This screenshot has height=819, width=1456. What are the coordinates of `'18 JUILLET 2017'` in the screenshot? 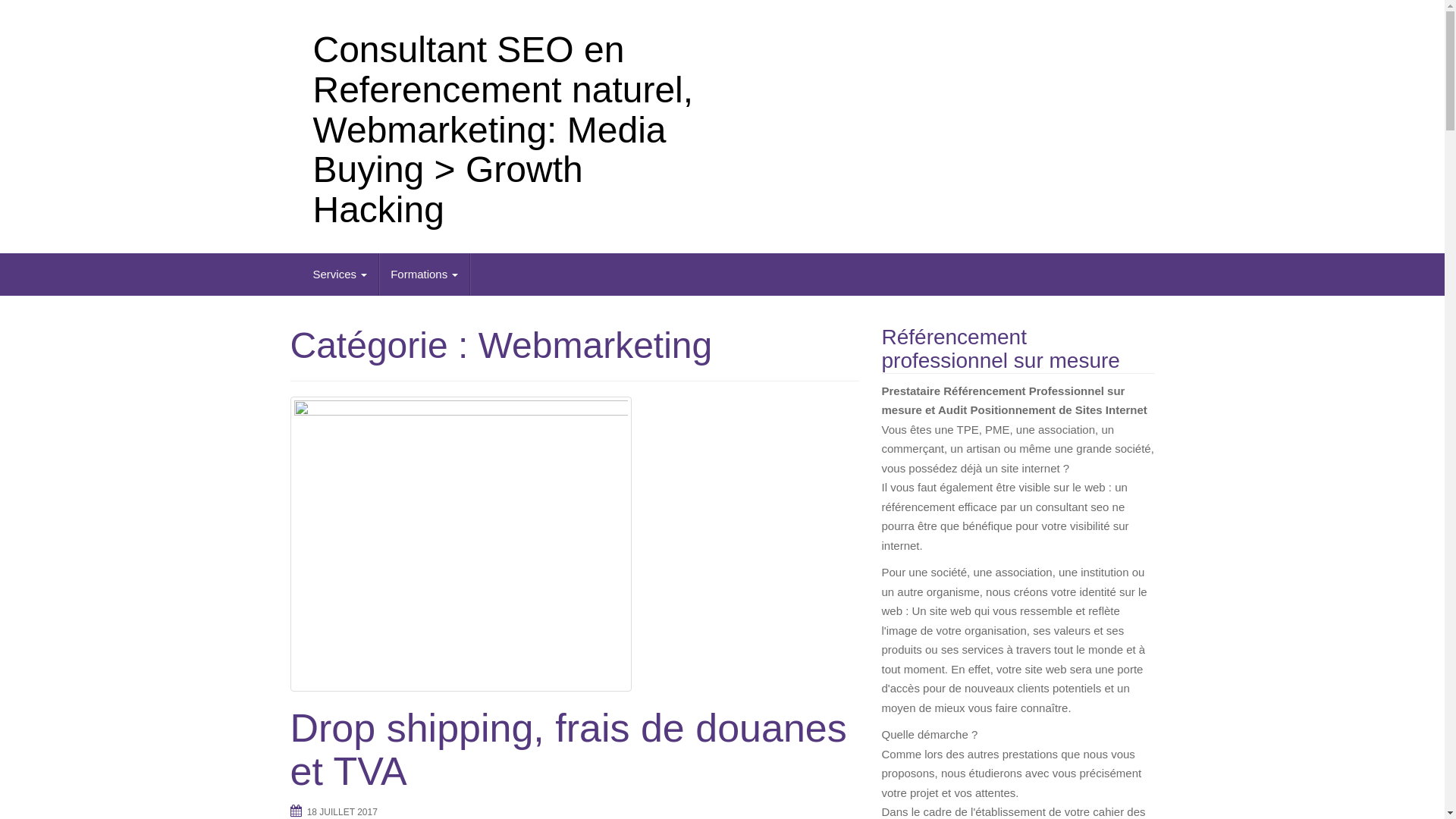 It's located at (341, 811).